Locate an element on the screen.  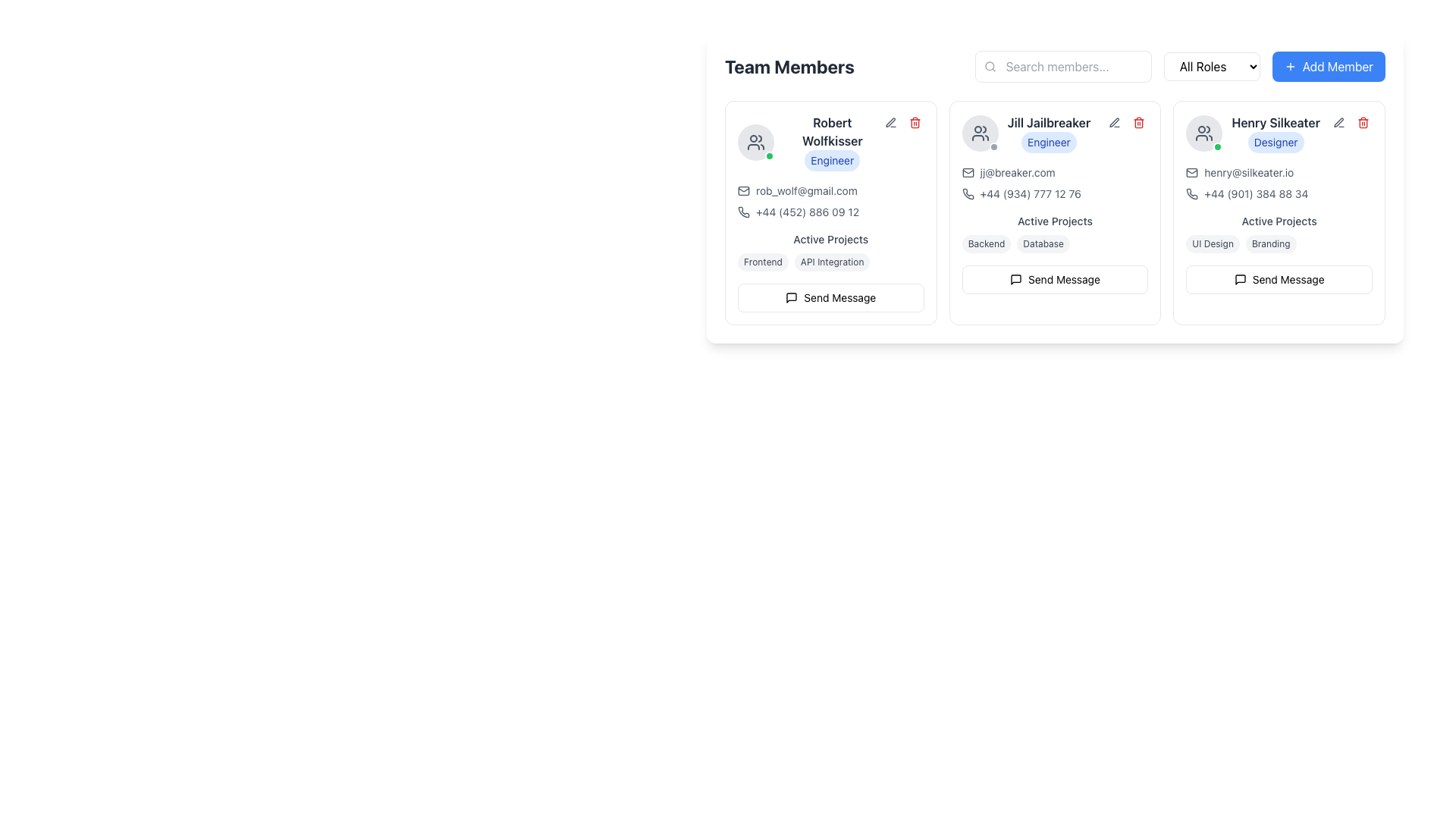
the pen icon button in the top-right corner of Robert Wolfkisser's profile card is located at coordinates (890, 122).